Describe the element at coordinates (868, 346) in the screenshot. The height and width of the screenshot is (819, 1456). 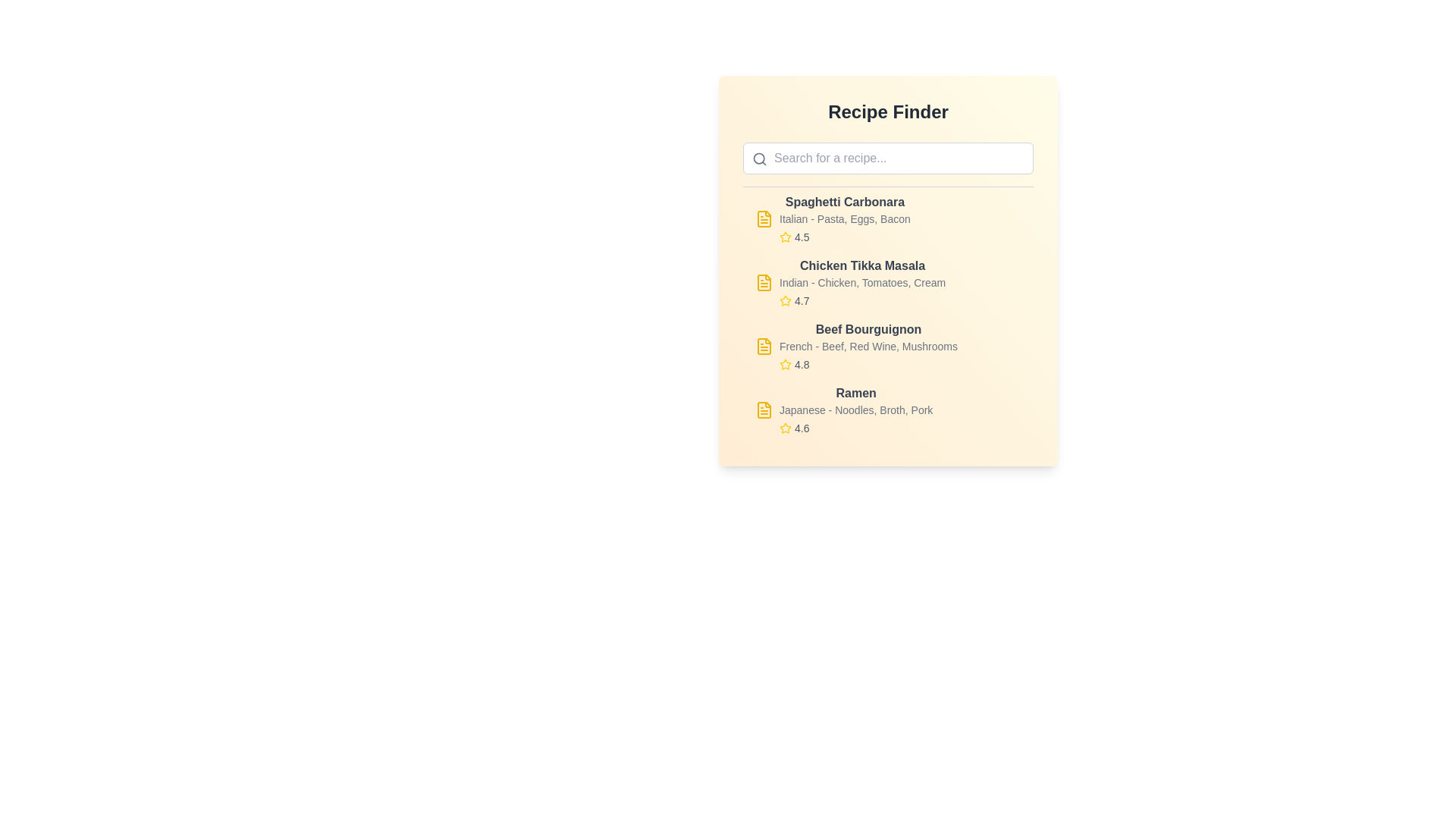
I see `the text label that provides dietary information for the 'Beef Bourguignon' title, located below the title and above the rating indicator` at that location.